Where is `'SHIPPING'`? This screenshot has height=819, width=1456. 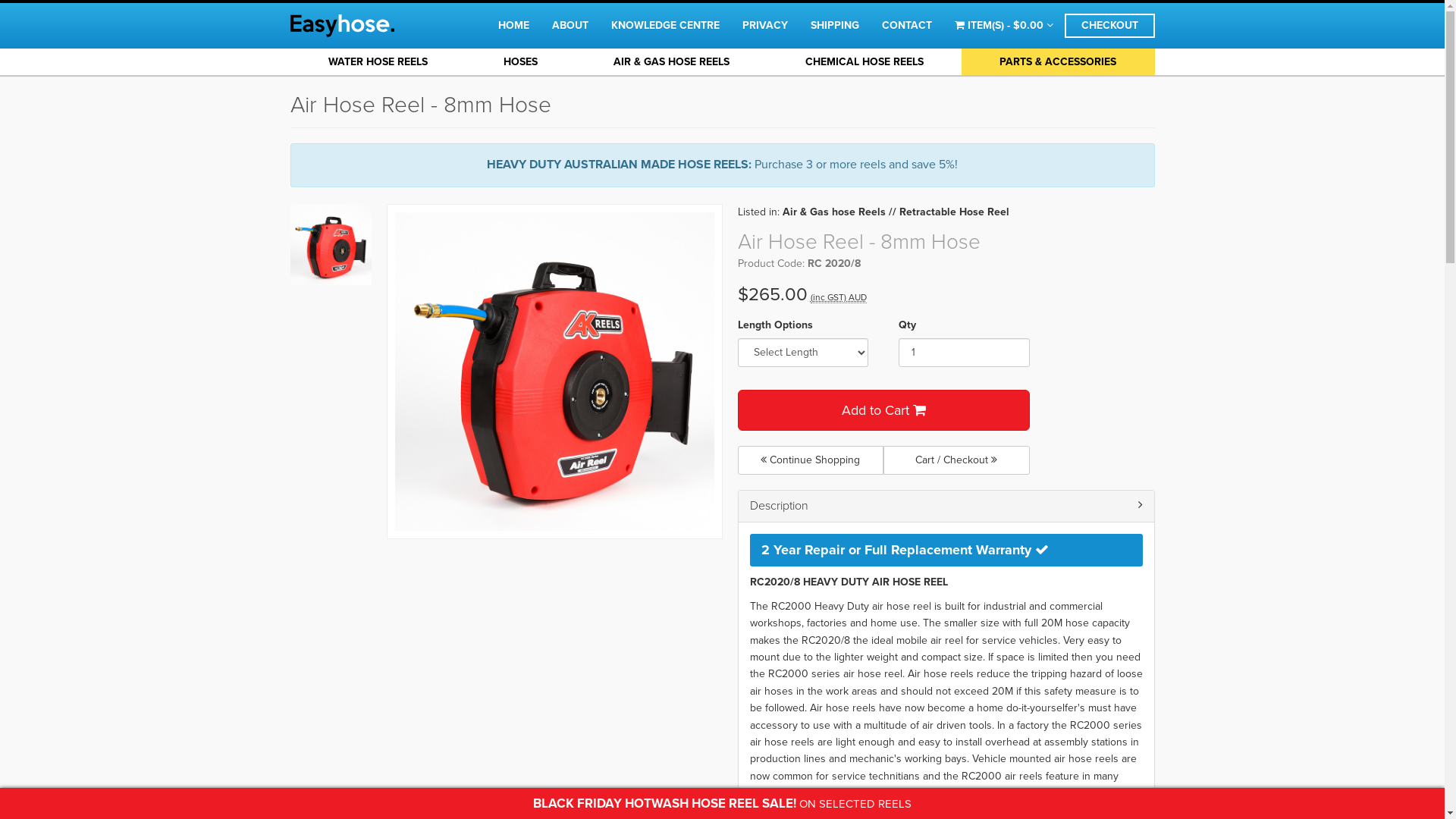 'SHIPPING' is located at coordinates (833, 26).